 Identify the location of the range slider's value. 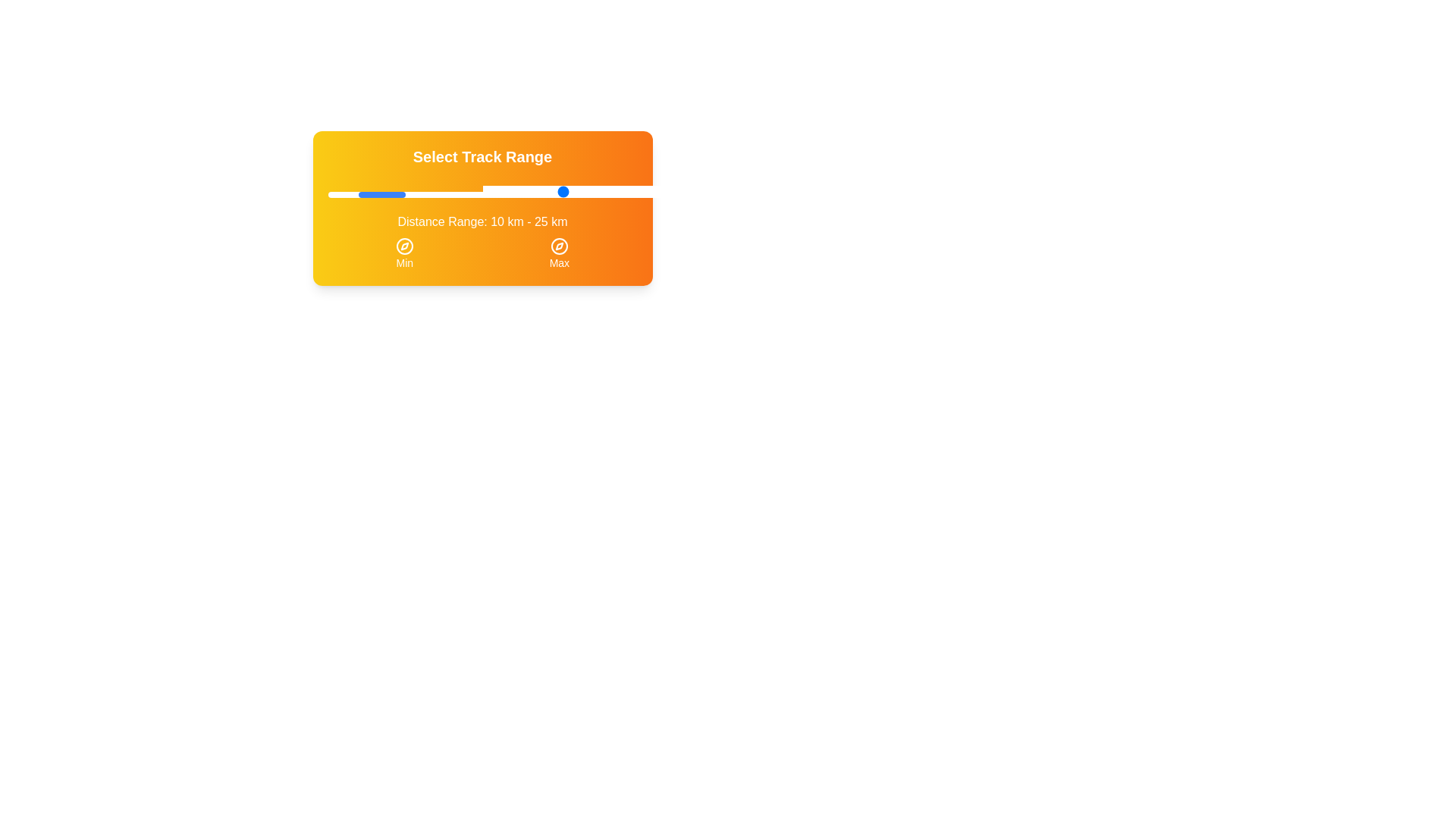
(423, 194).